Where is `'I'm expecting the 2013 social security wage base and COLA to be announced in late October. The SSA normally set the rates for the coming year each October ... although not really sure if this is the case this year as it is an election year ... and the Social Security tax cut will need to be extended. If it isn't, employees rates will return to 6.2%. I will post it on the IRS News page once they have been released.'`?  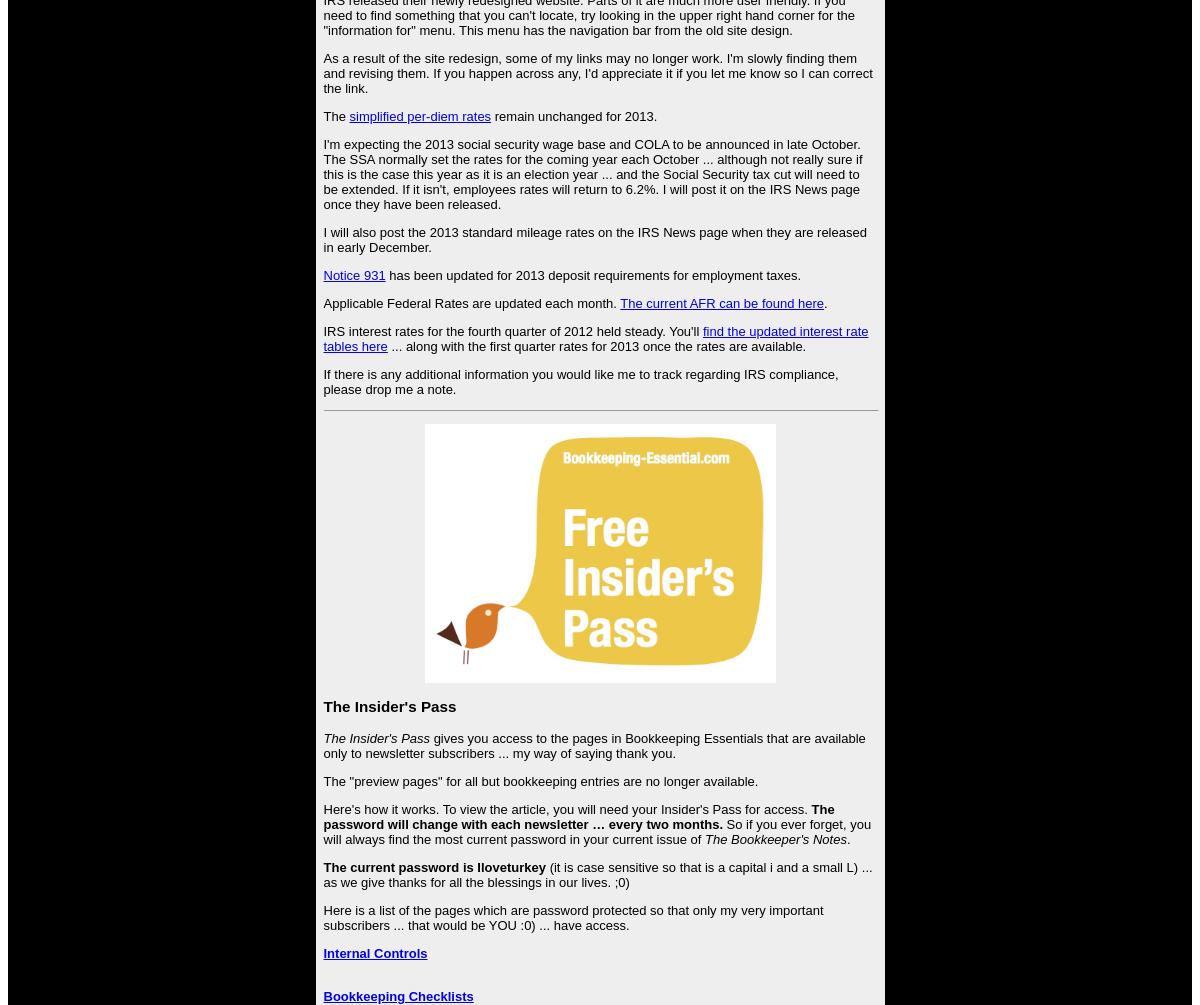
'I'm expecting the 2013 social security wage base and COLA to be announced in late October. The SSA normally set the rates for the coming year each October ... although not really sure if this is the case this year as it is an election year ... and the Social Security tax cut will need to be extended. If it isn't, employees rates will return to 6.2%. I will post it on the IRS News page once they have been released.' is located at coordinates (591, 173).